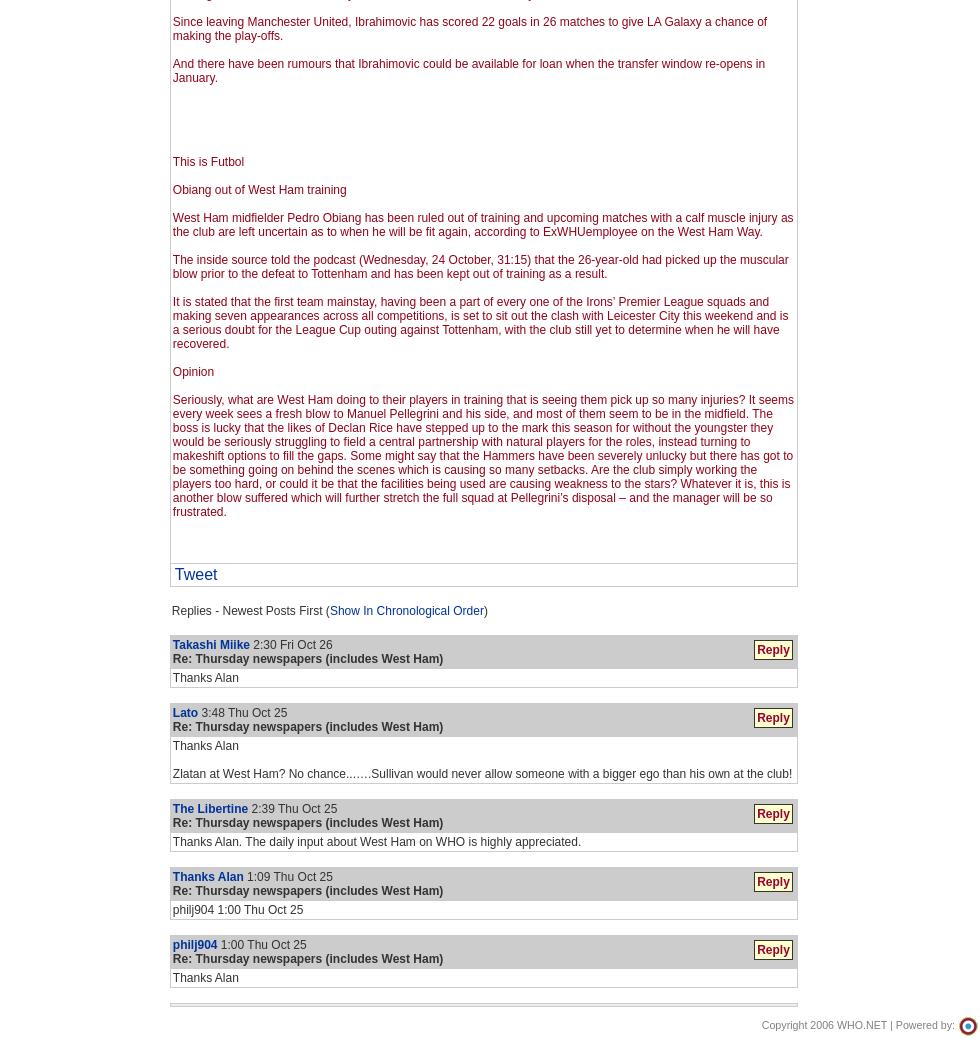  I want to click on 'West Ham midfielder Pedro Obiang has been ruled out of training and upcoming matches with a calf muscle injury as the club are left uncertain as to when he will be fit again, according to ExWHUemployee on the West Ham Way.', so click(171, 225).